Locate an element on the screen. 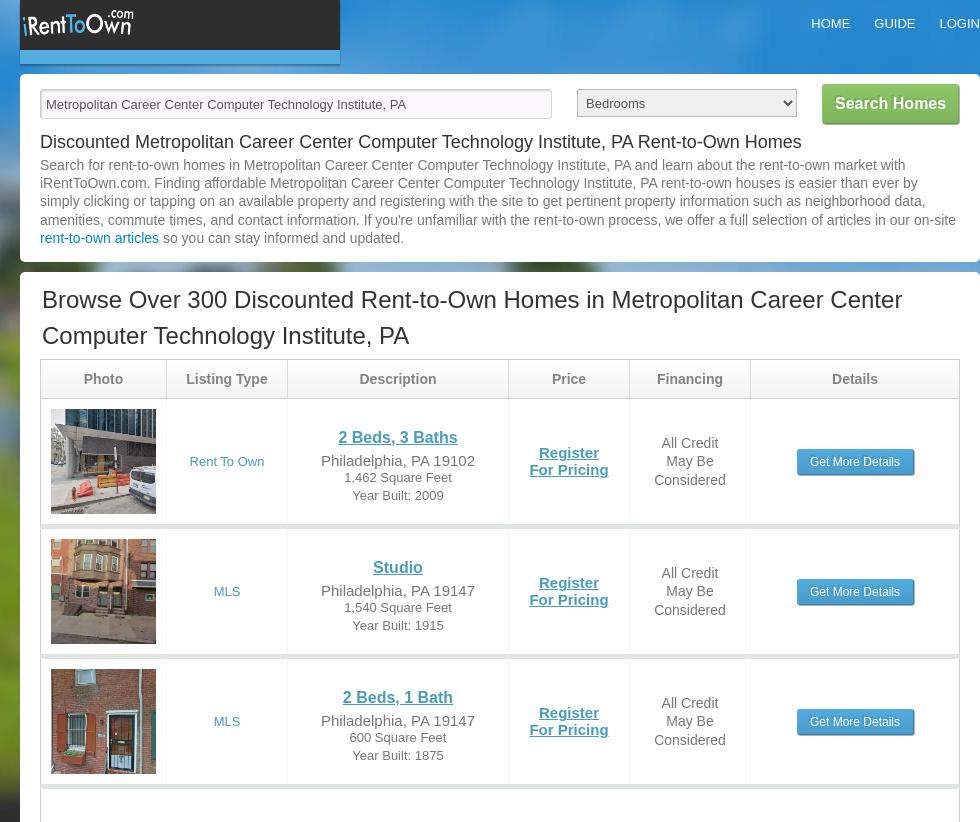  'Home' is located at coordinates (811, 22).